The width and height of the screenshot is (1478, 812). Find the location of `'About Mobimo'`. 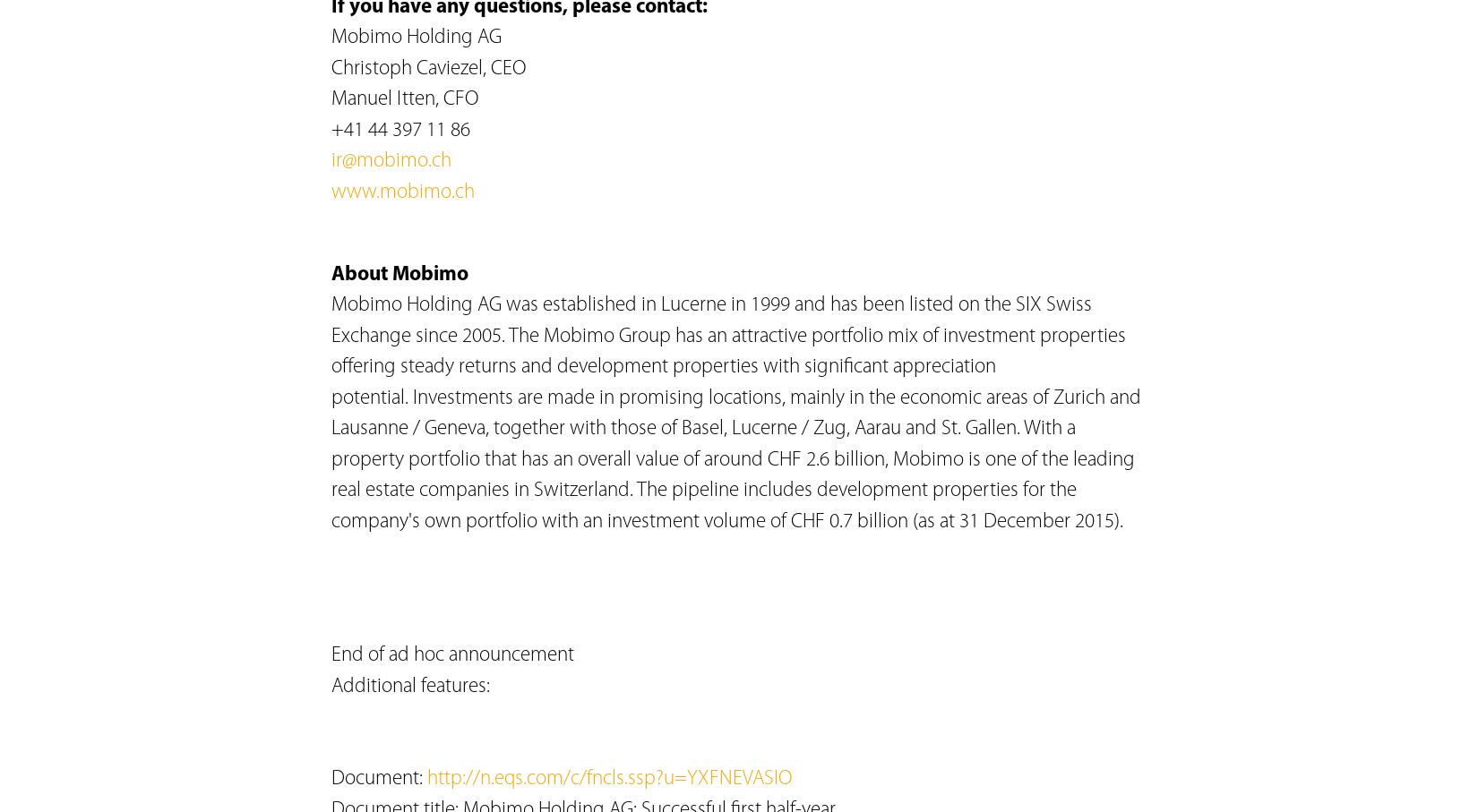

'About Mobimo' is located at coordinates (331, 274).